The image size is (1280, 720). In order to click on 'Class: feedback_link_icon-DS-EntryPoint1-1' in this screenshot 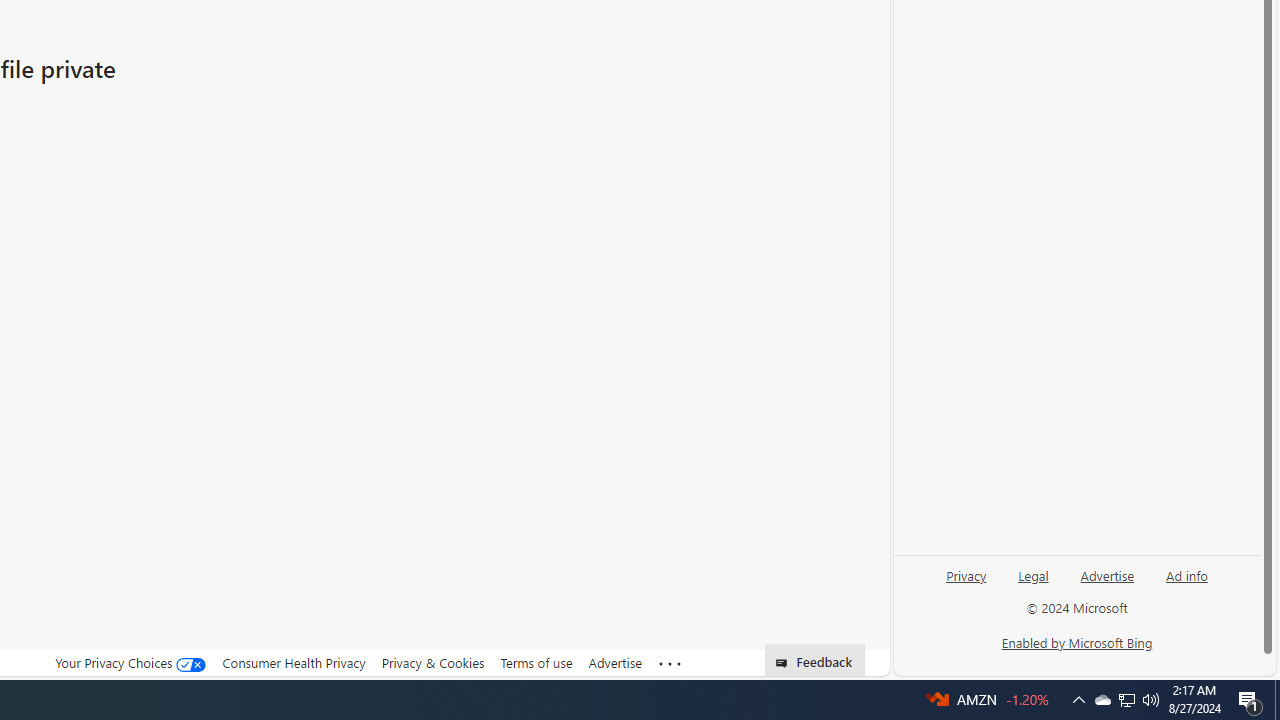, I will do `click(784, 663)`.